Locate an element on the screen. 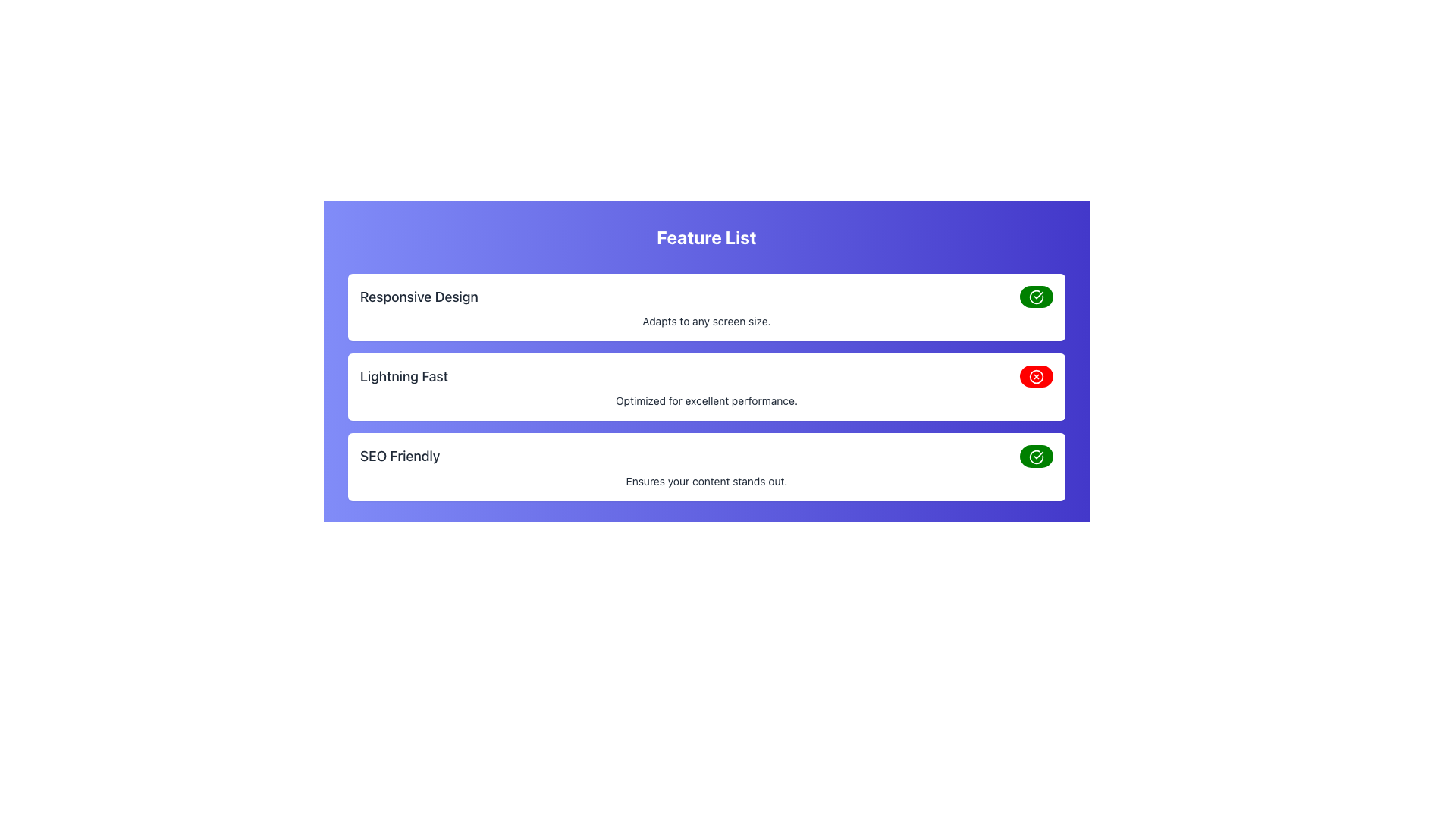 The image size is (1456, 819). the Indicator icon representing a 'negative' or 'inactive' state located on the right side of the second row next to the text 'Lightning Fast' is located at coordinates (1036, 376).